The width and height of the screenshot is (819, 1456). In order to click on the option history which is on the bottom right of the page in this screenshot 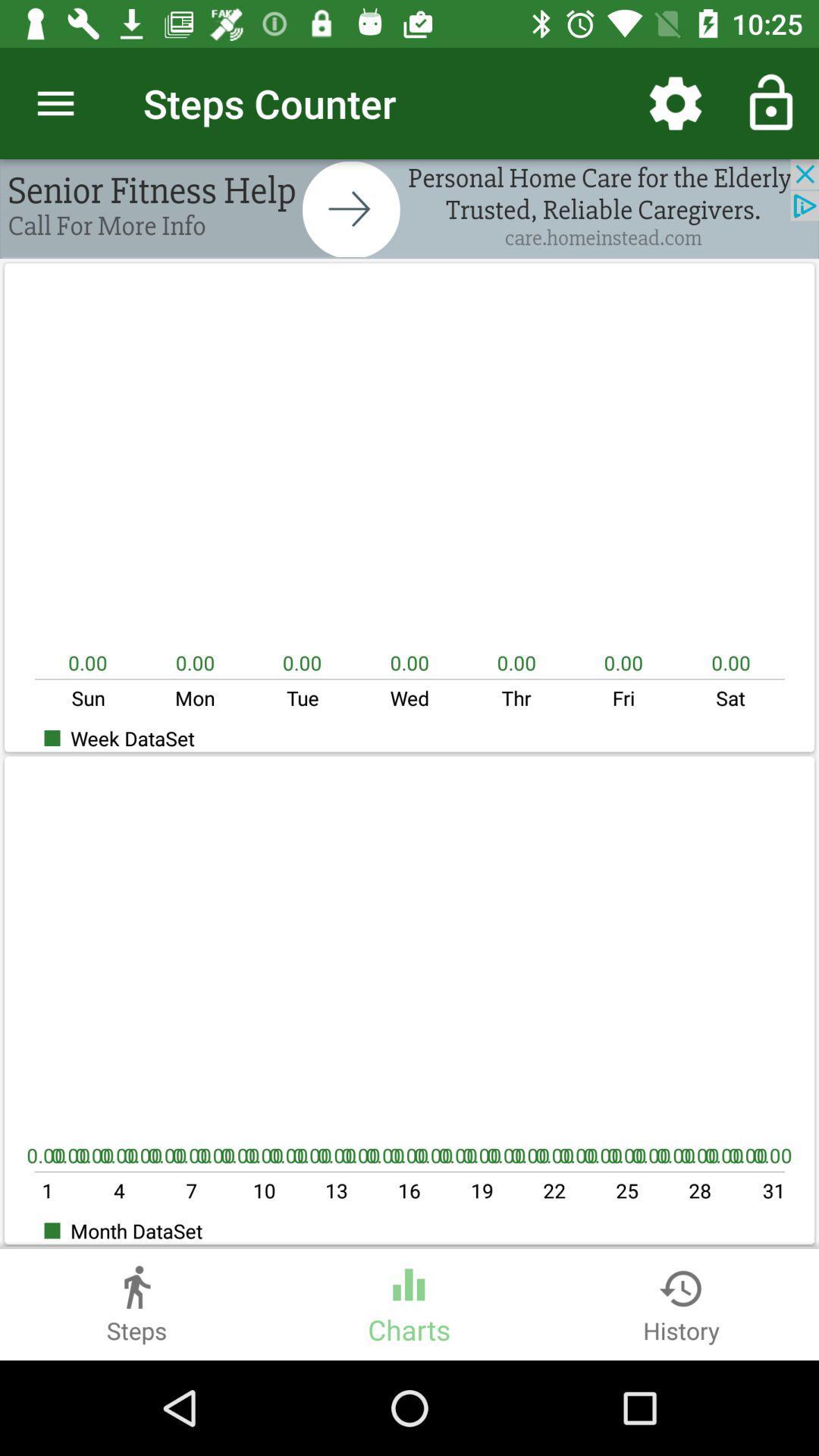, I will do `click(680, 1304)`.